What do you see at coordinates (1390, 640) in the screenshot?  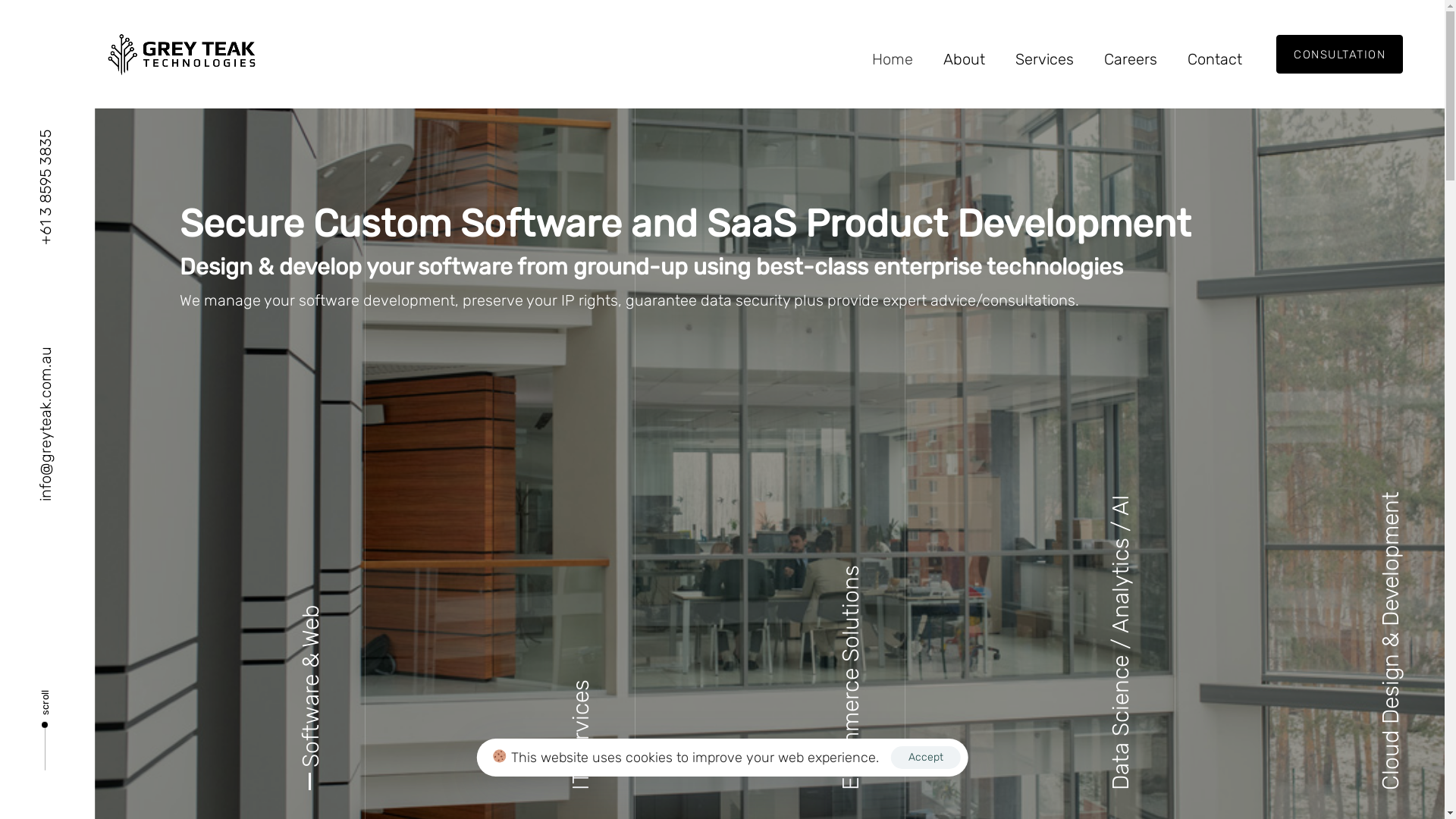 I see `'Cloud Design & Development'` at bounding box center [1390, 640].